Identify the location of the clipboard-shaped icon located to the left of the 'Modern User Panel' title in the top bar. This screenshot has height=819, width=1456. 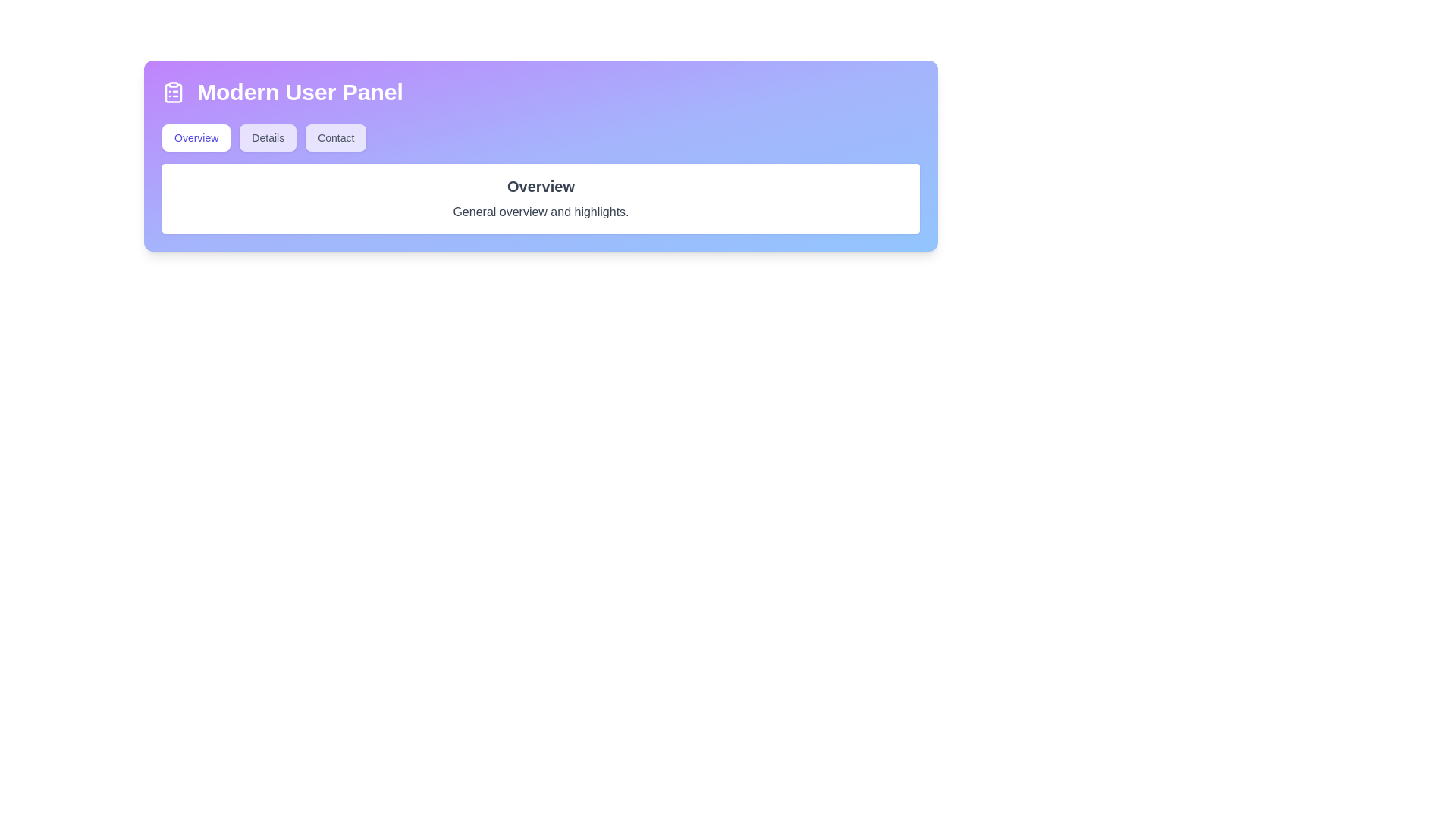
(174, 93).